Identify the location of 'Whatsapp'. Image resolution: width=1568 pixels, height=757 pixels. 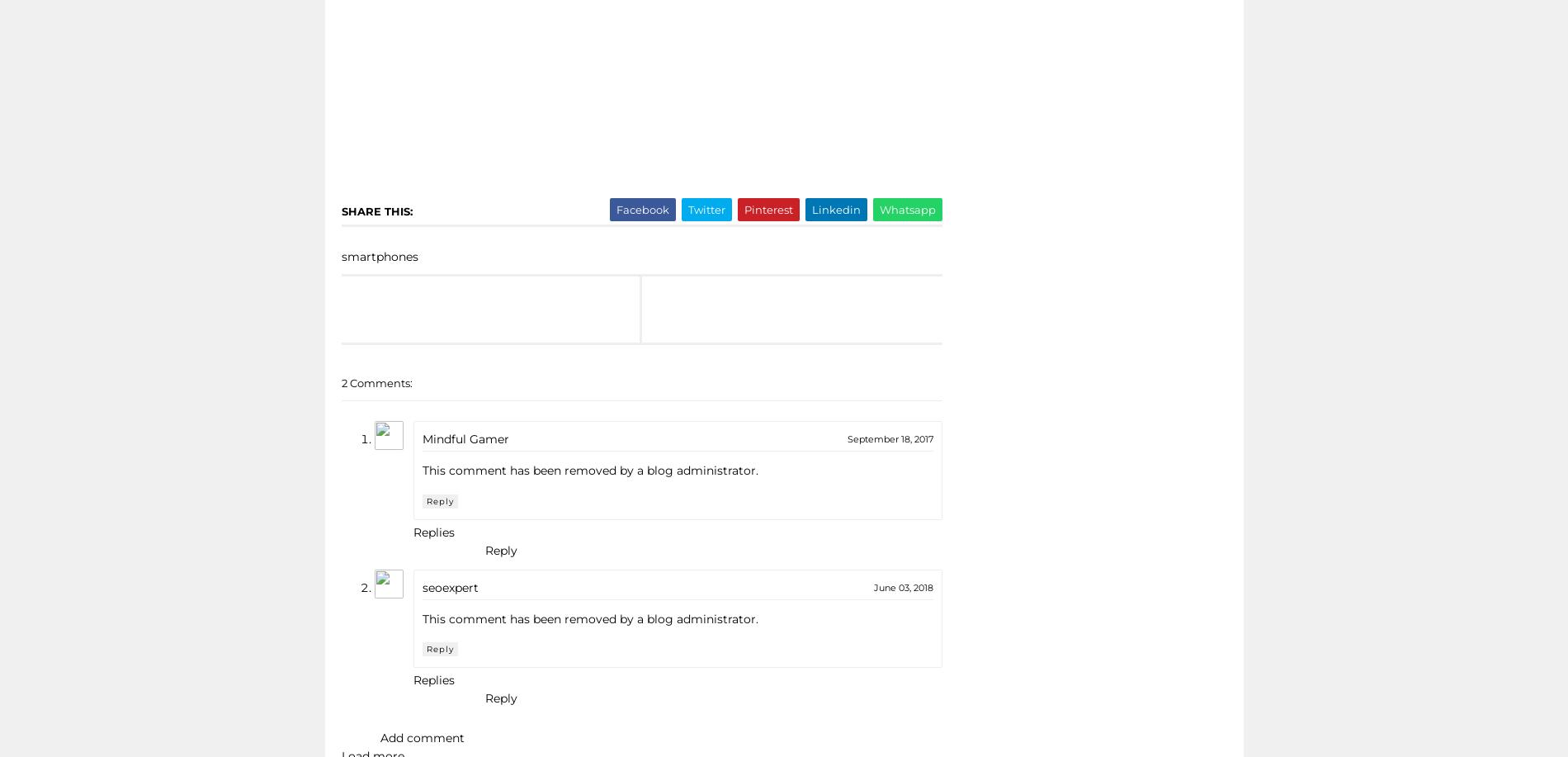
(878, 208).